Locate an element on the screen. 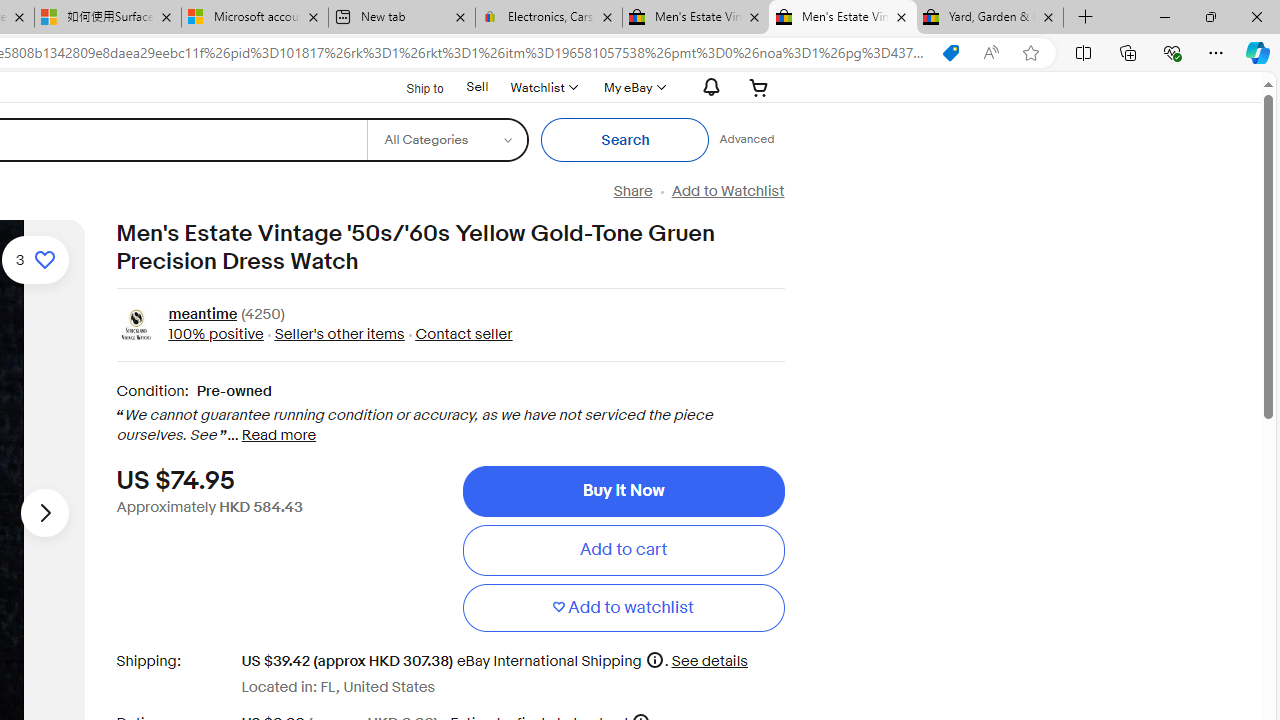  'Add to watchlist' is located at coordinates (622, 606).